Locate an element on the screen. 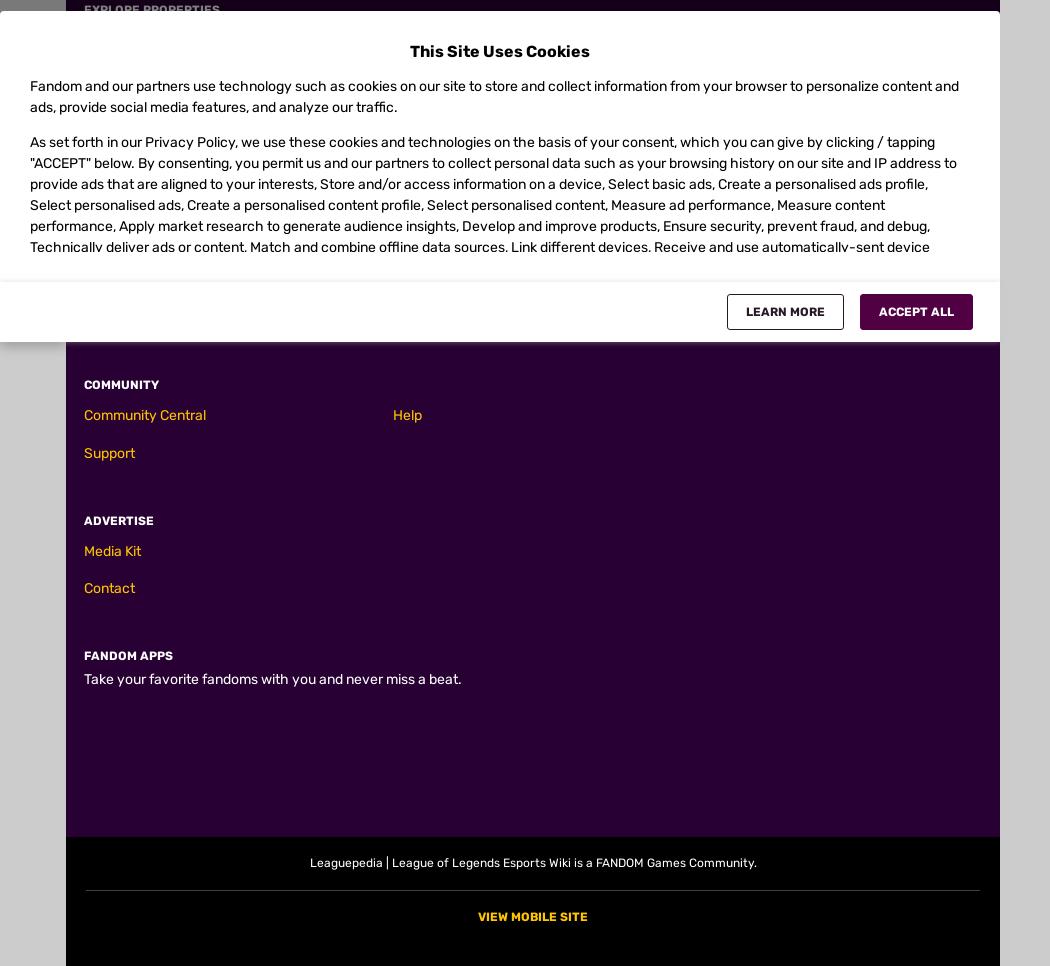 Image resolution: width=1050 pixels, height=966 pixels. 'If Crescent Slash kills a unit, its cooldown is 60% refunded' is located at coordinates (298, 693).